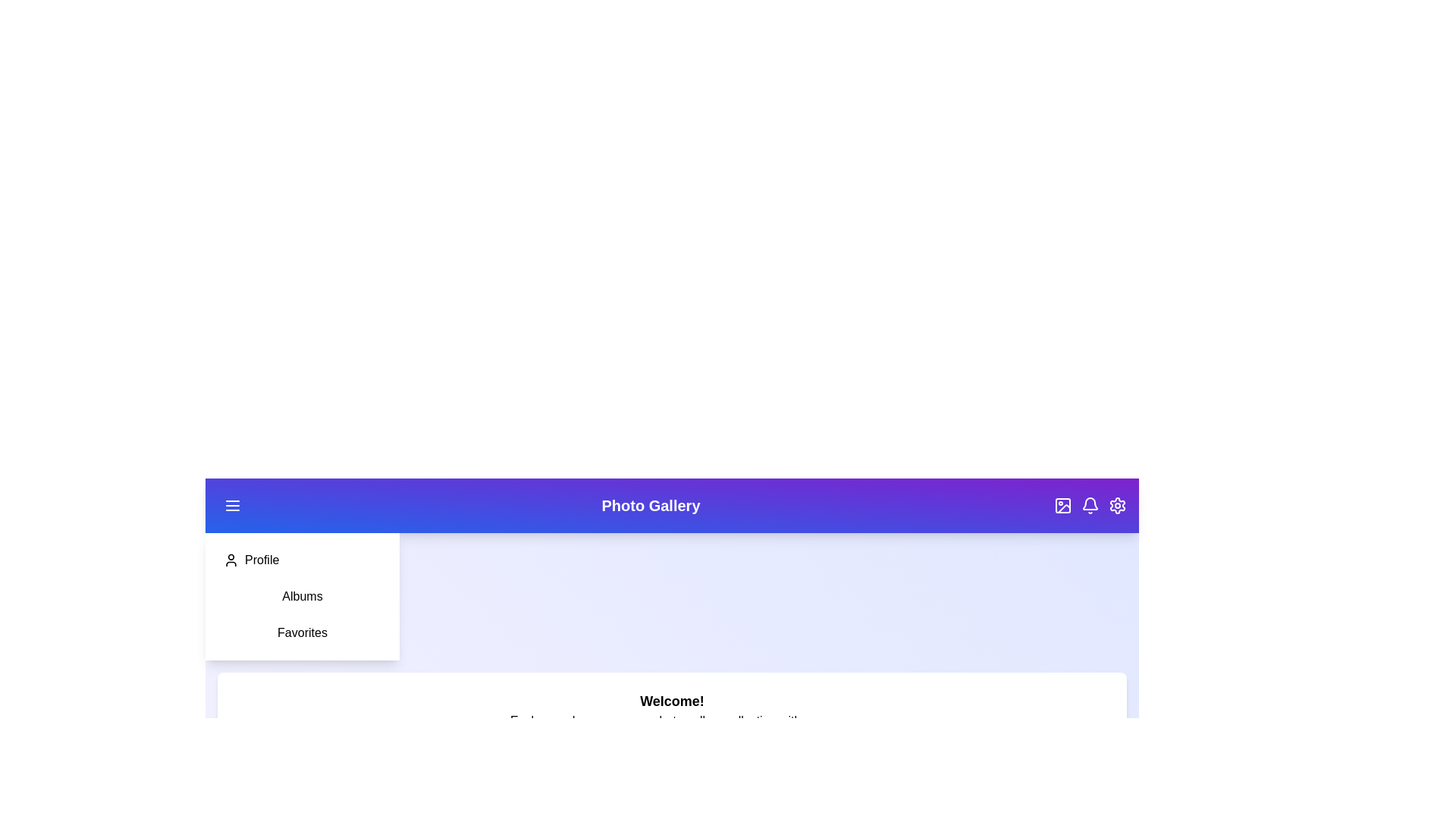  Describe the element at coordinates (232, 506) in the screenshot. I see `the menu icon to toggle the menu visibility` at that location.